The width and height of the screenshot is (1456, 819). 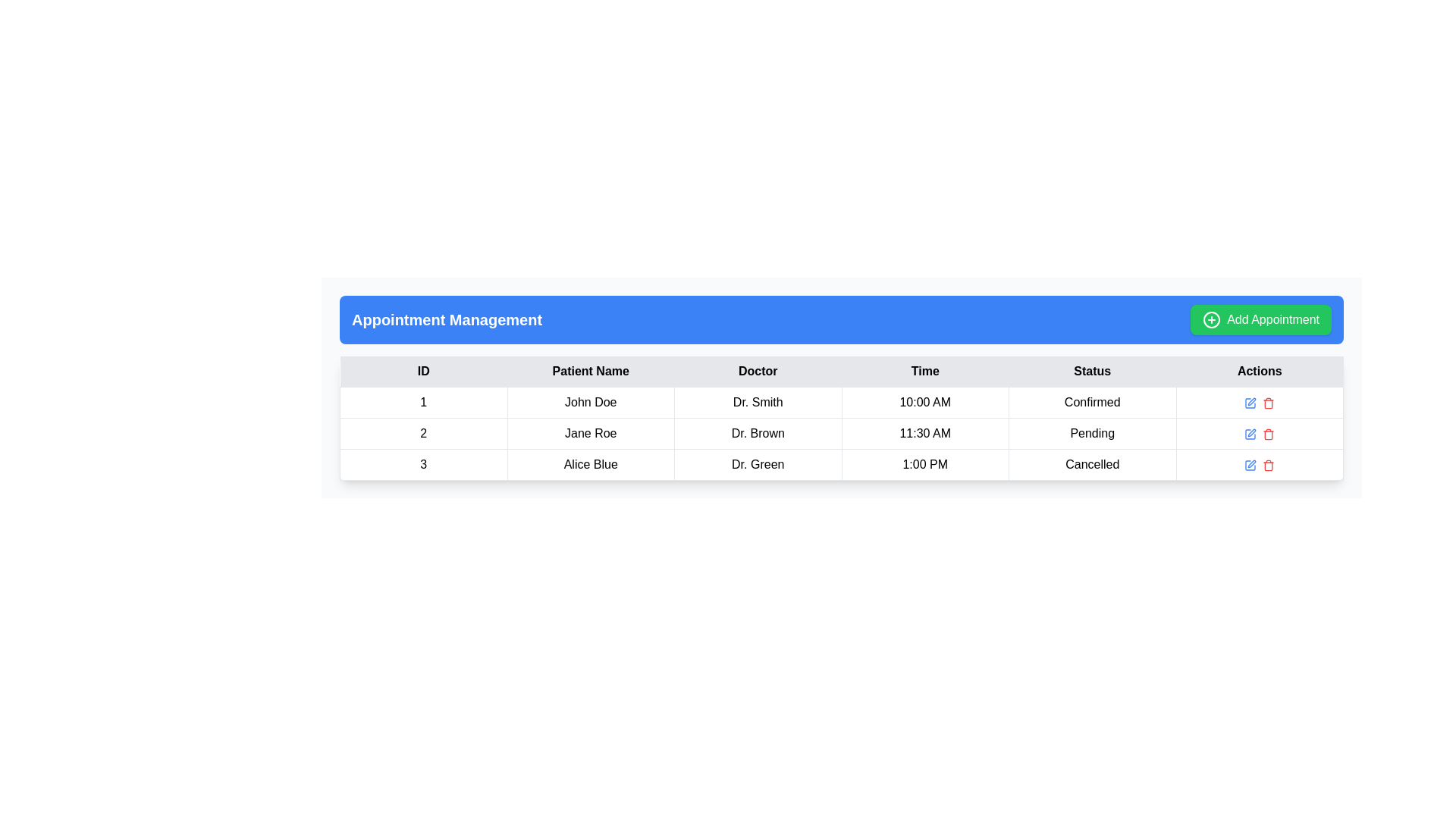 What do you see at coordinates (1092, 433) in the screenshot?
I see `the text element displaying 'Pending' in the Status column of the second row, corresponding to patient Jane Roe and doctor Dr. Brown` at bounding box center [1092, 433].